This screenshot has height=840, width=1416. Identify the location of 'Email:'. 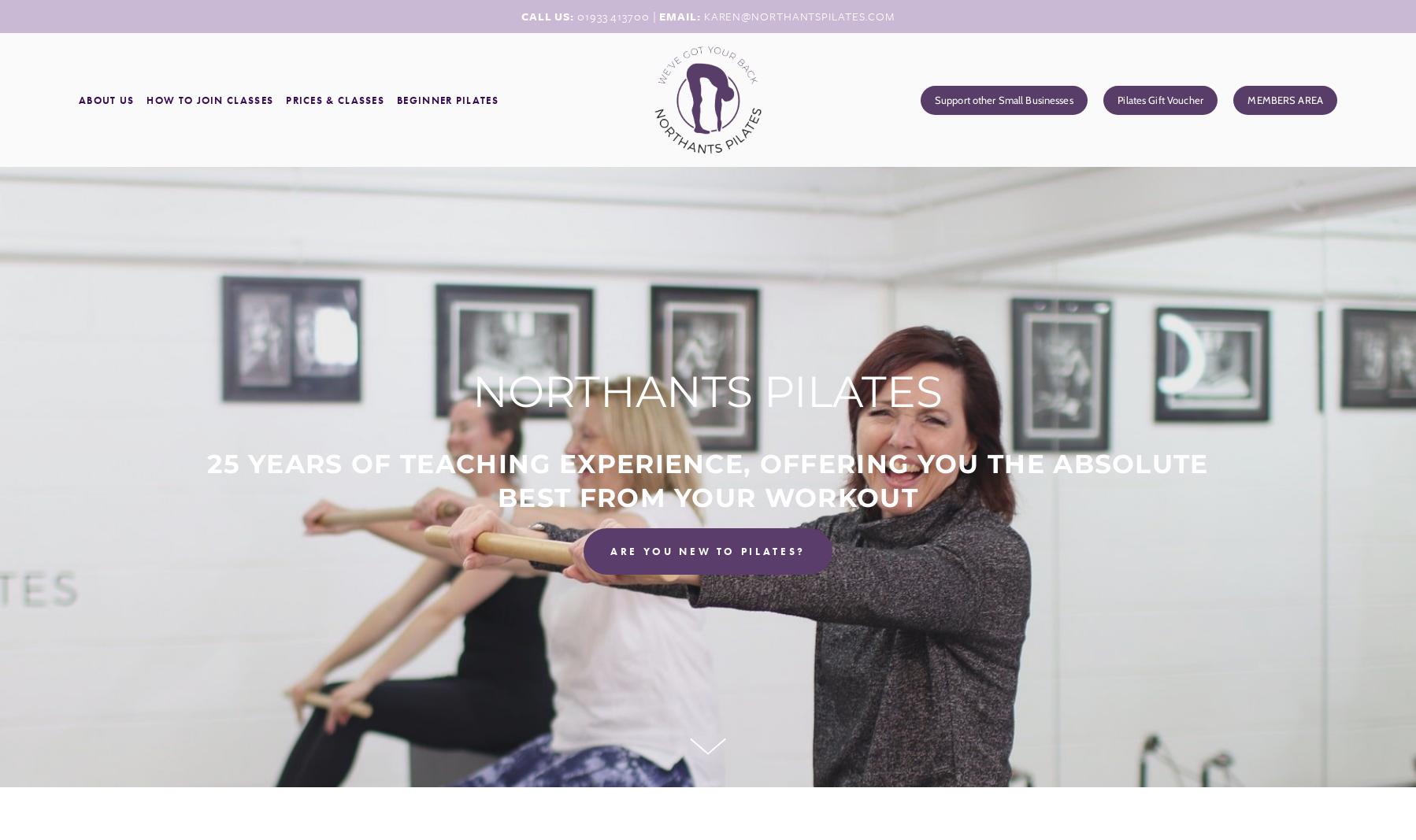
(681, 15).